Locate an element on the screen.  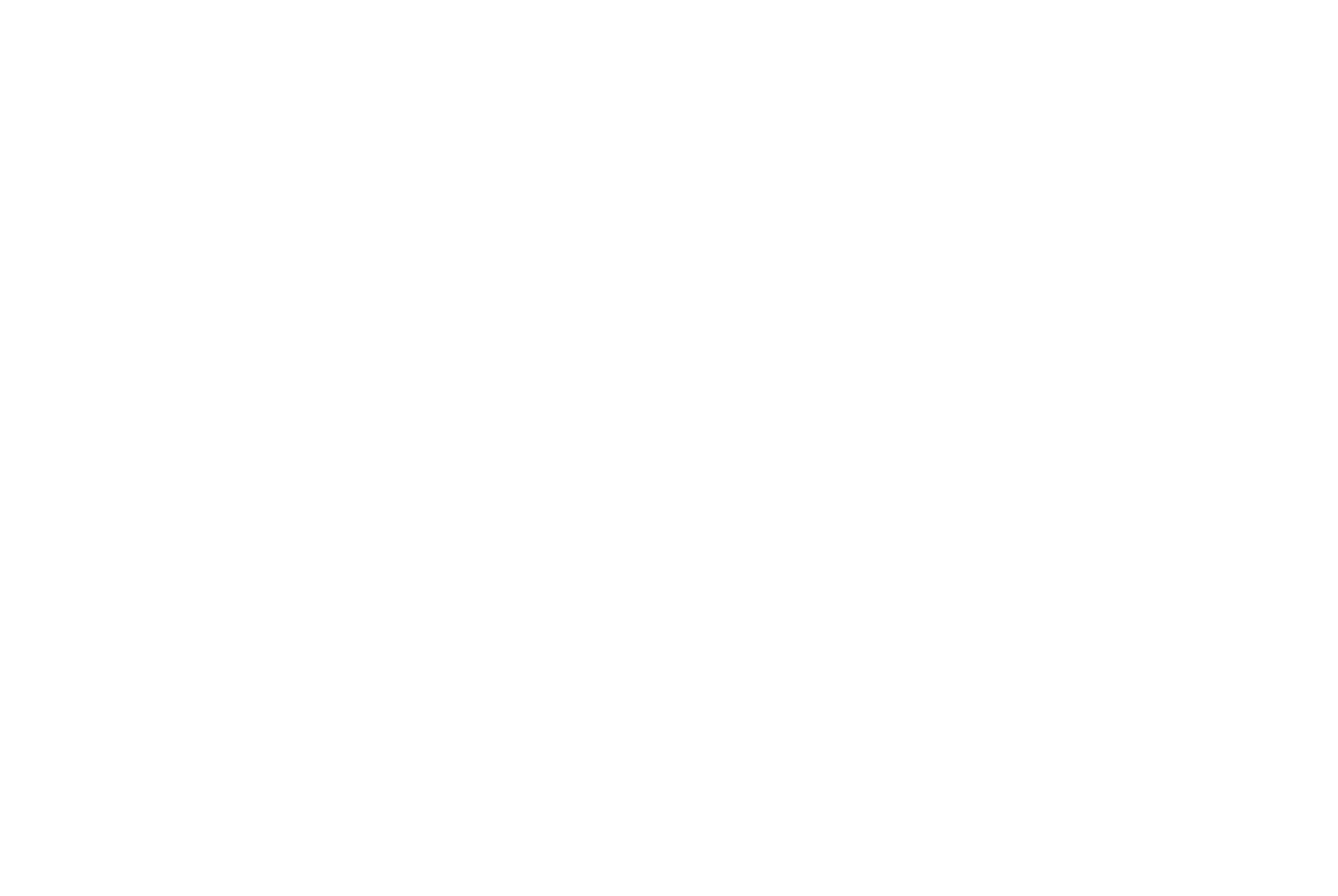
'Home' is located at coordinates (610, 407).